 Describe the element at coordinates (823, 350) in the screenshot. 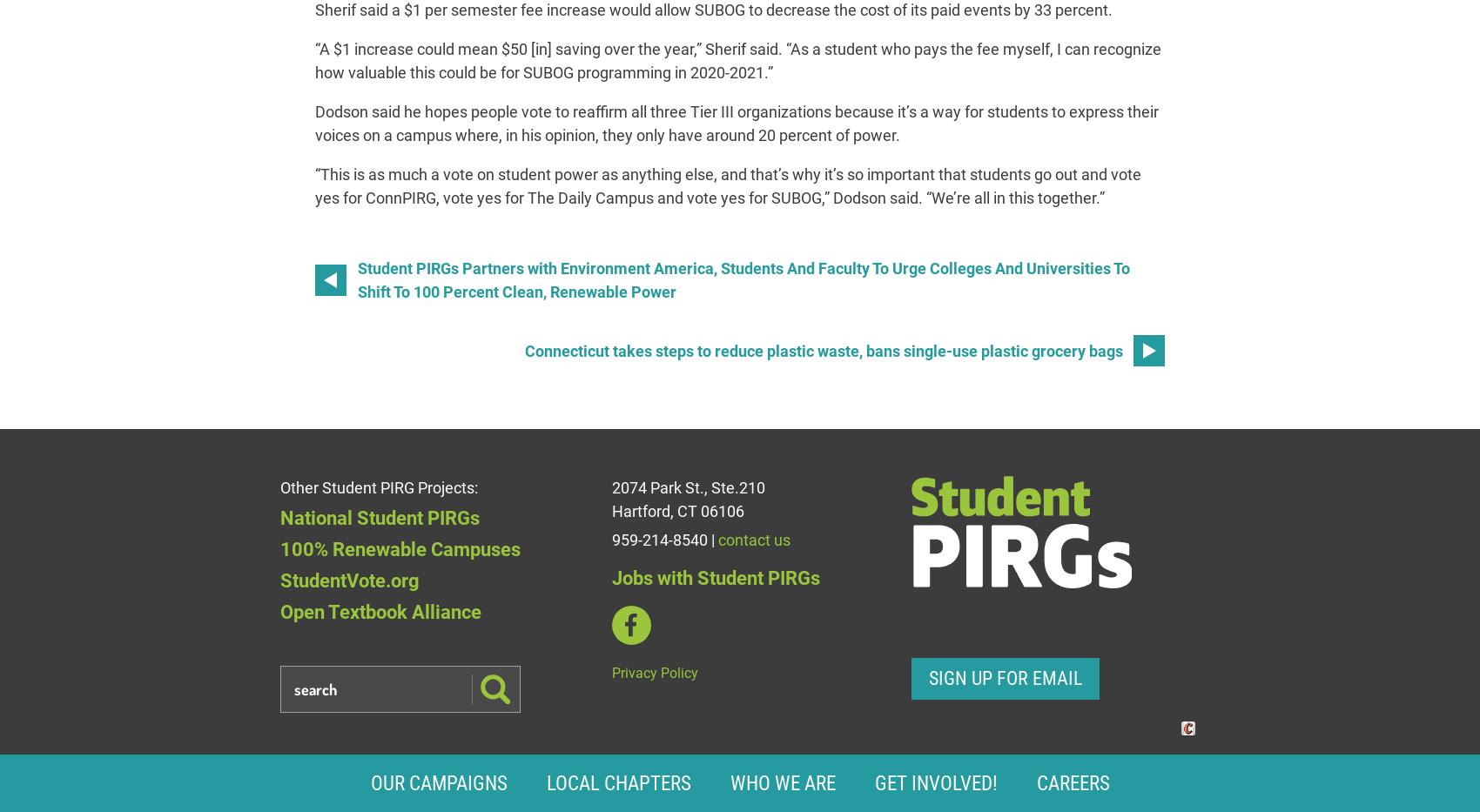

I see `'Connecticut takes steps to reduce plastic waste, bans single-use plastic grocery bags'` at that location.